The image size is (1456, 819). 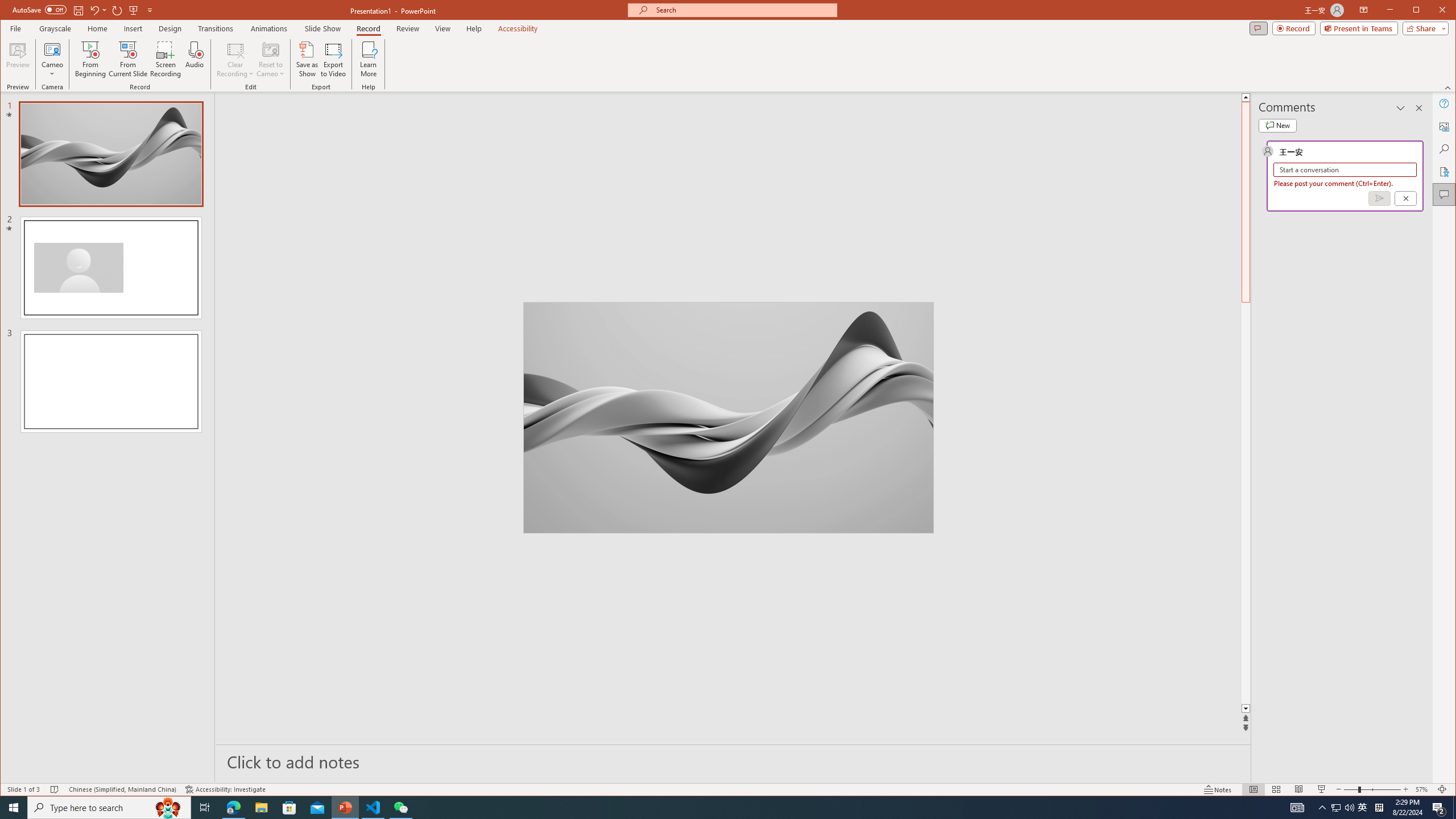 I want to click on 'From Beginning...', so click(x=90, y=59).